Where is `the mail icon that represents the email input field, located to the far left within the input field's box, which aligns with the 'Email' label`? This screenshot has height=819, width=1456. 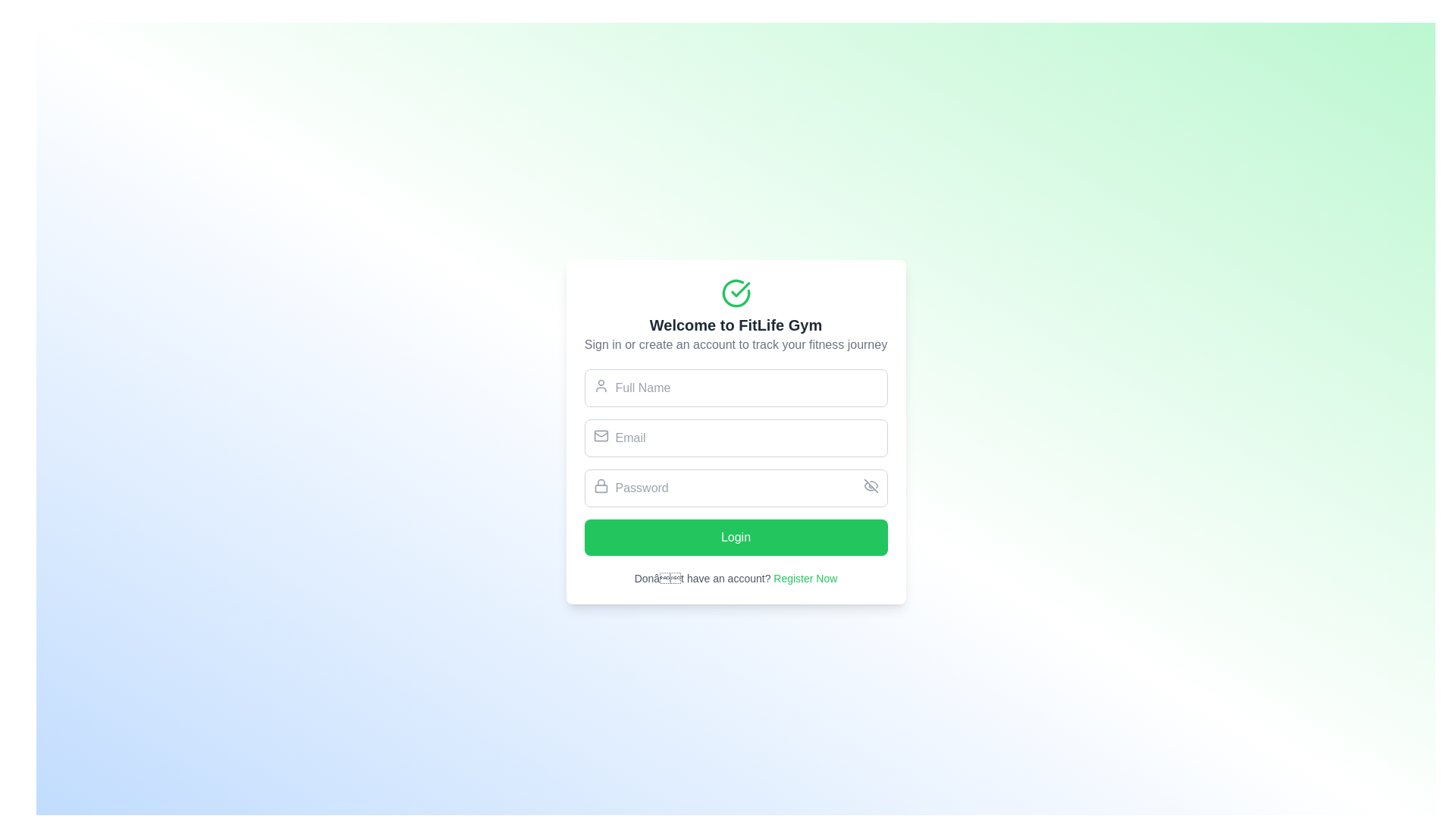 the mail icon that represents the email input field, located to the far left within the input field's box, which aligns with the 'Email' label is located at coordinates (600, 435).